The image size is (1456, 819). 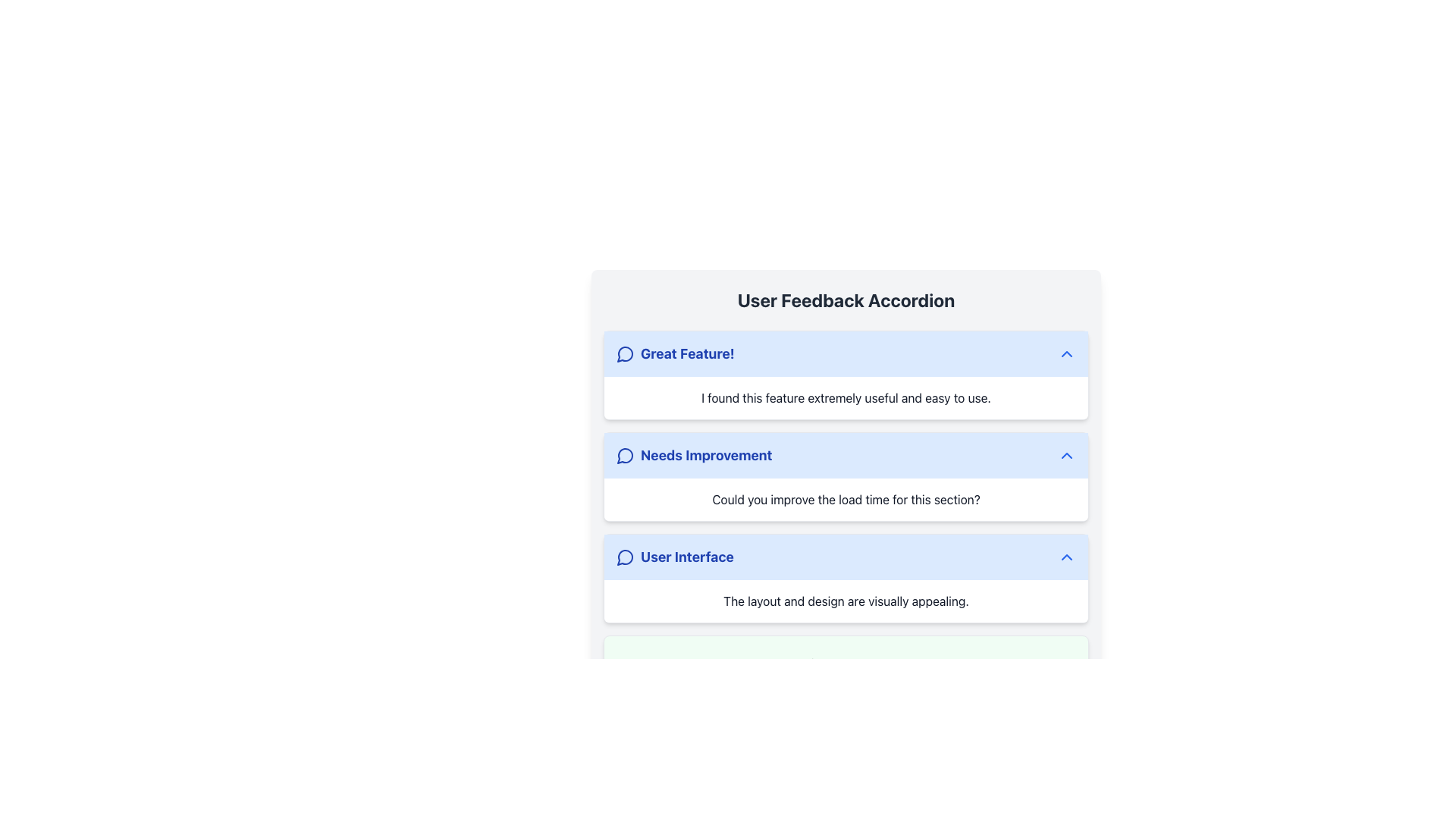 What do you see at coordinates (846, 601) in the screenshot?
I see `text block that contains the message 'The layout and design are visually appealing.' which is styled with a white background and gray centered text, located in the 'User Interface' section` at bounding box center [846, 601].